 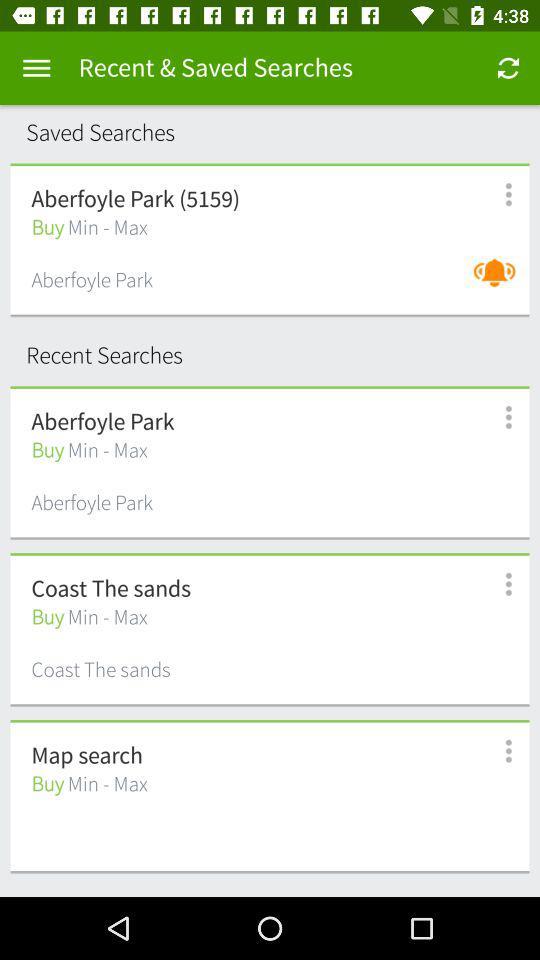 I want to click on menu options, so click(x=496, y=194).